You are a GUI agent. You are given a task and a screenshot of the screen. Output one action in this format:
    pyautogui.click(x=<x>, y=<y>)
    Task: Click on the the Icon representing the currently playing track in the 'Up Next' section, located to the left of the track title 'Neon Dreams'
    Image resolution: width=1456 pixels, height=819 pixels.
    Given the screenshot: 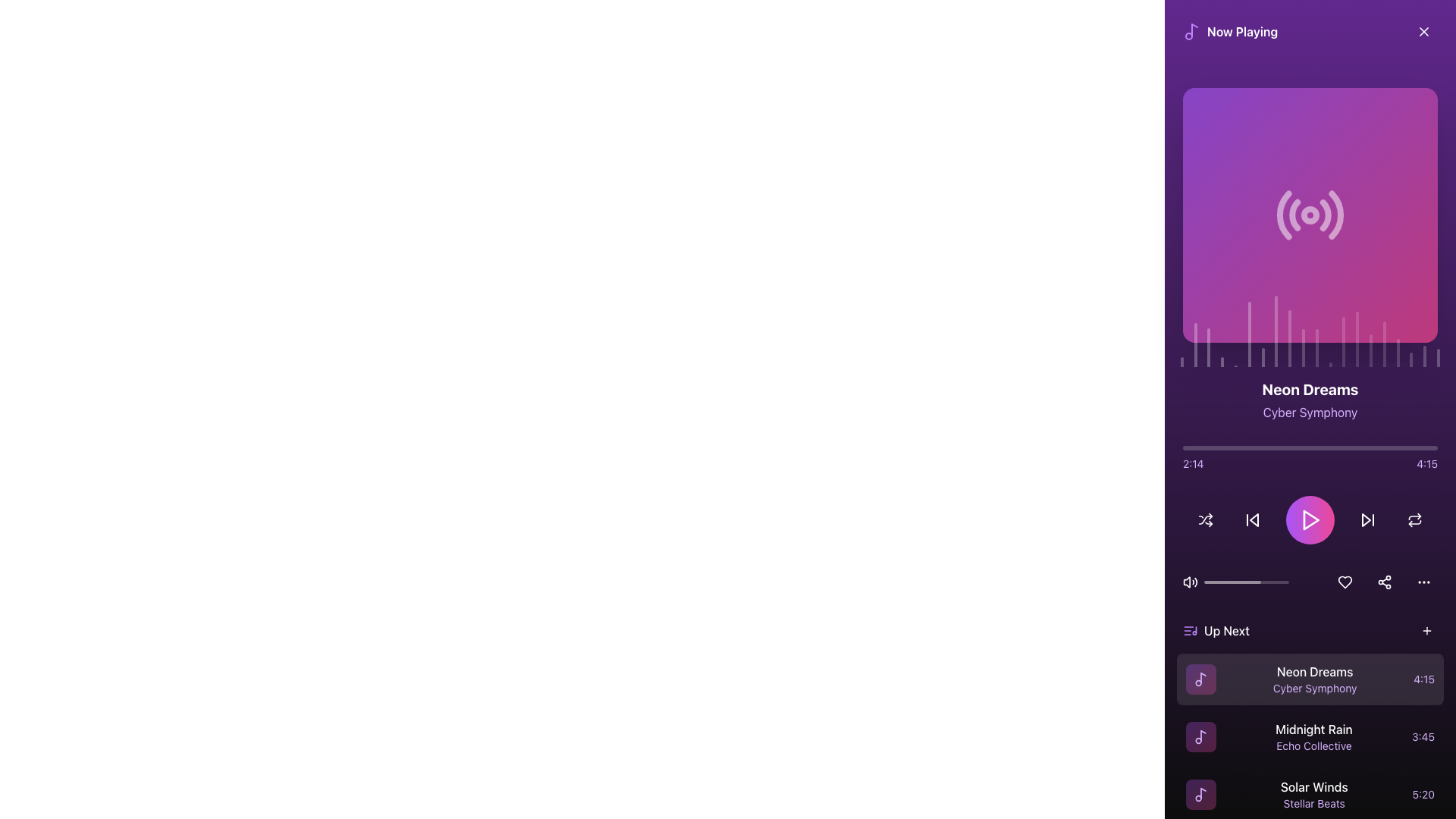 What is the action you would take?
    pyautogui.click(x=1200, y=678)
    